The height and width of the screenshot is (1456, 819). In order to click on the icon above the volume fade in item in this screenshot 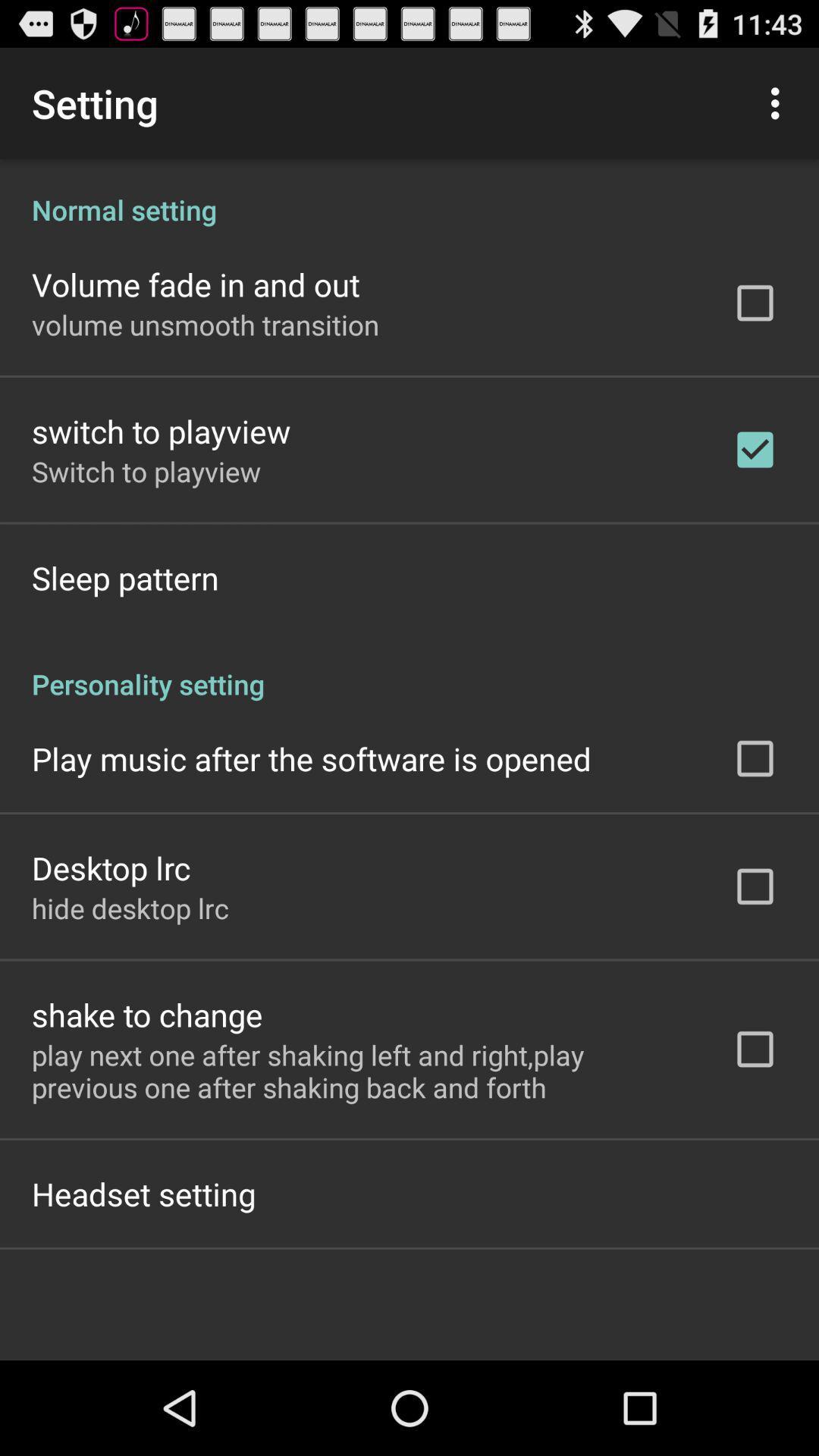, I will do `click(409, 193)`.